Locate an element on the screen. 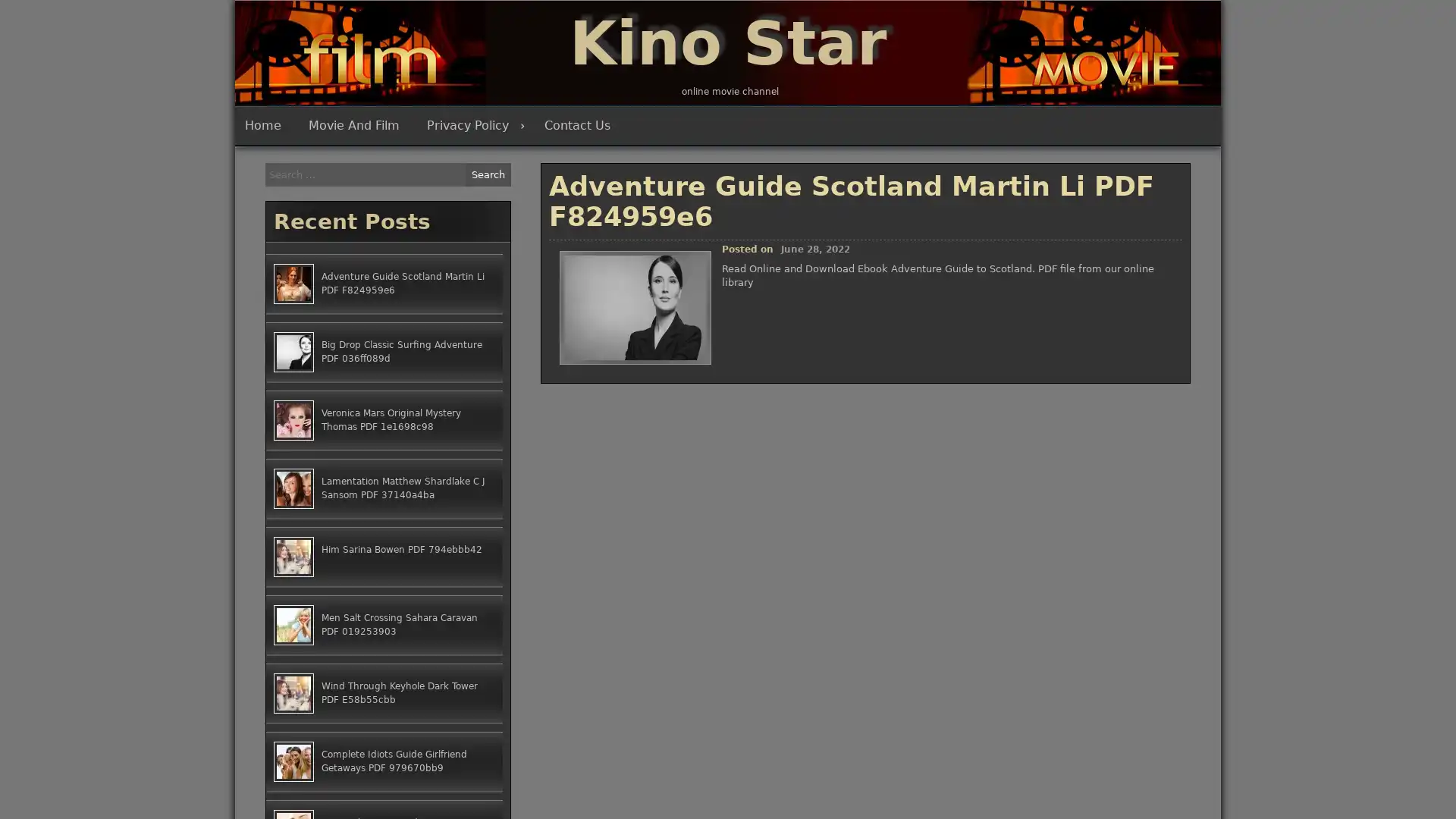  Search is located at coordinates (488, 174).